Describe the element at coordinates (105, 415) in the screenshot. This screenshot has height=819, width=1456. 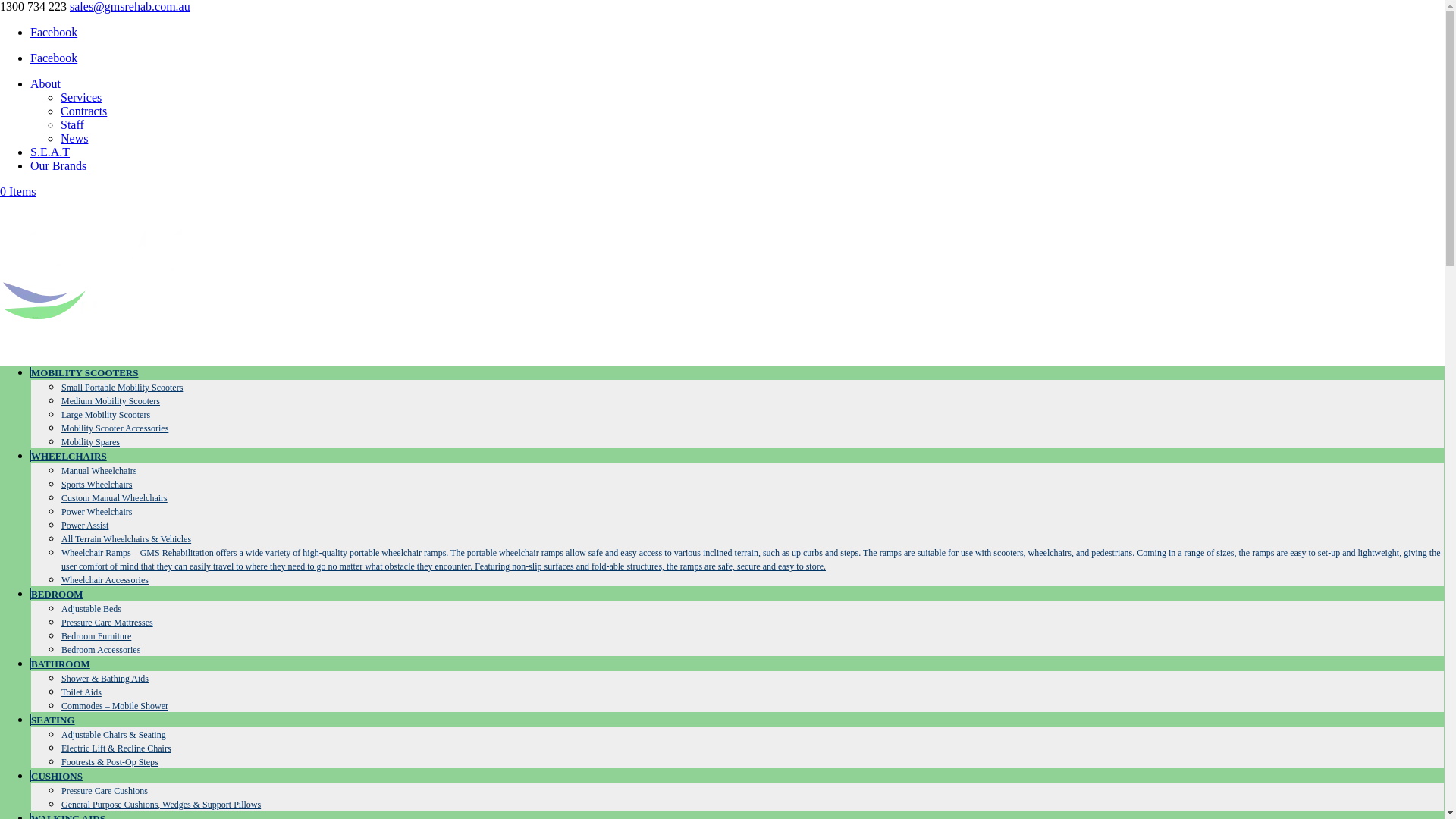
I see `'Large Mobility Scooters'` at that location.